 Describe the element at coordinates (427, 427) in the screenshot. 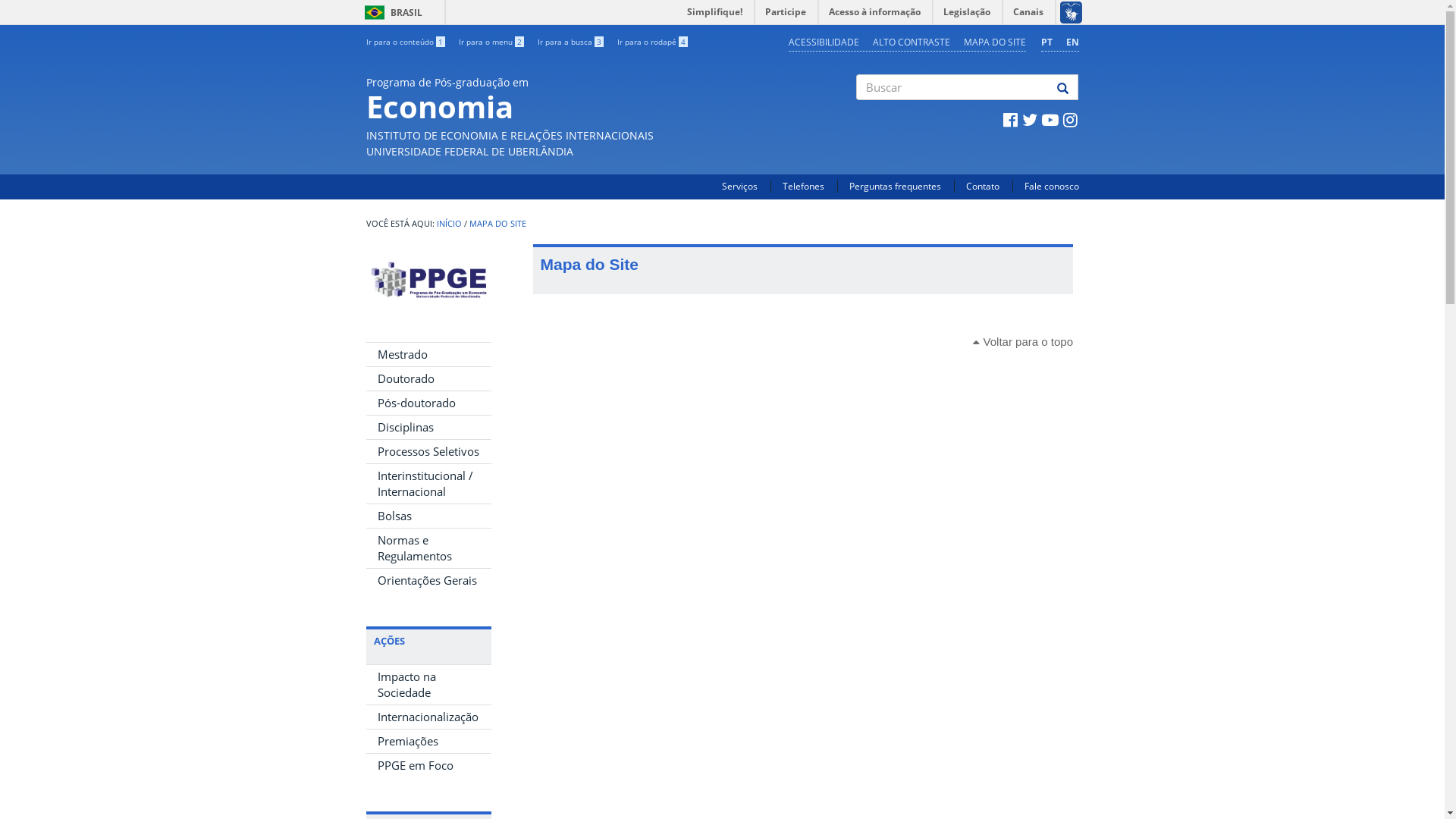

I see `'Disciplinas'` at that location.